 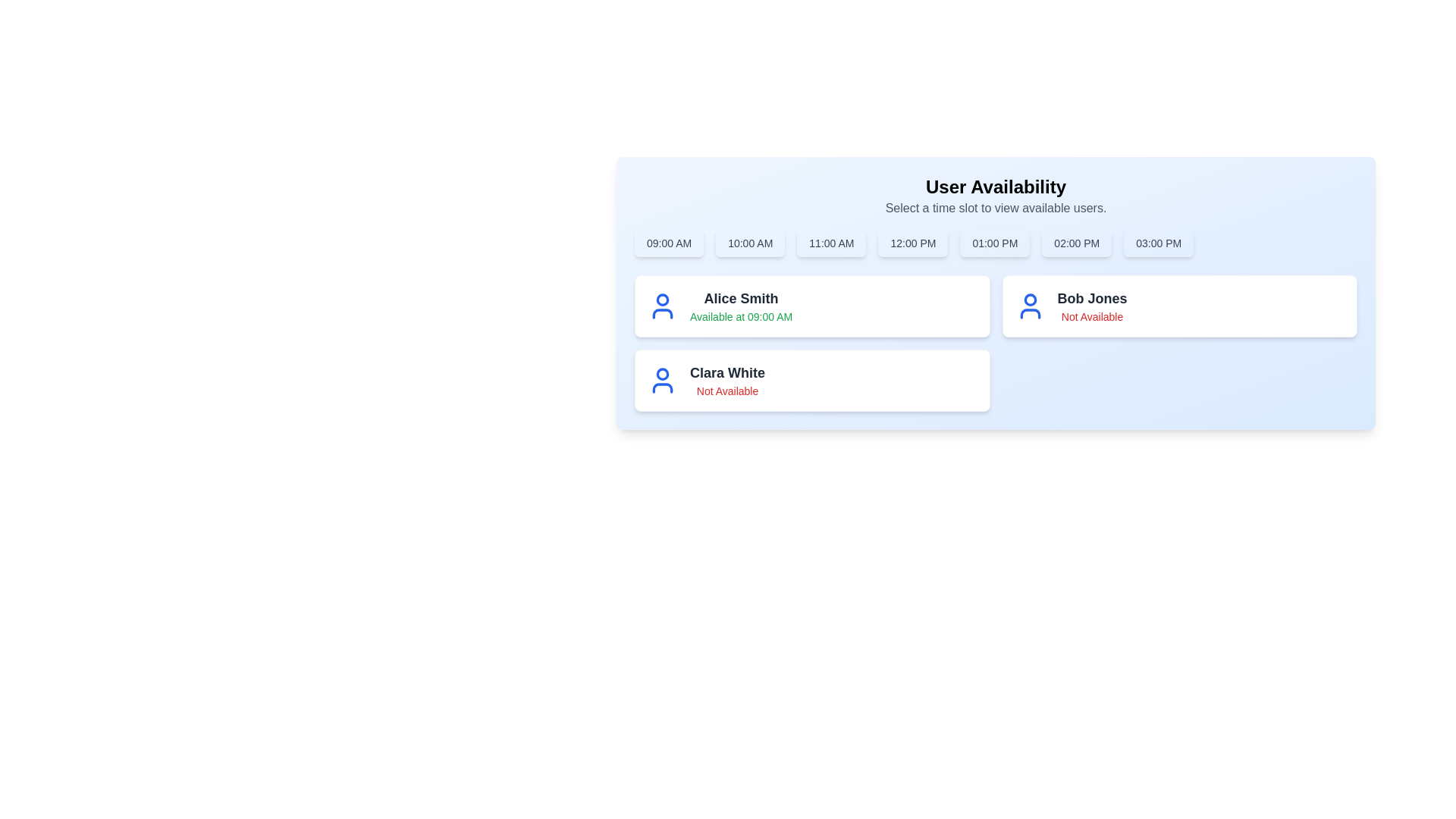 What do you see at coordinates (1157, 242) in the screenshot?
I see `the last button in the horizontal row of time selection buttons` at bounding box center [1157, 242].